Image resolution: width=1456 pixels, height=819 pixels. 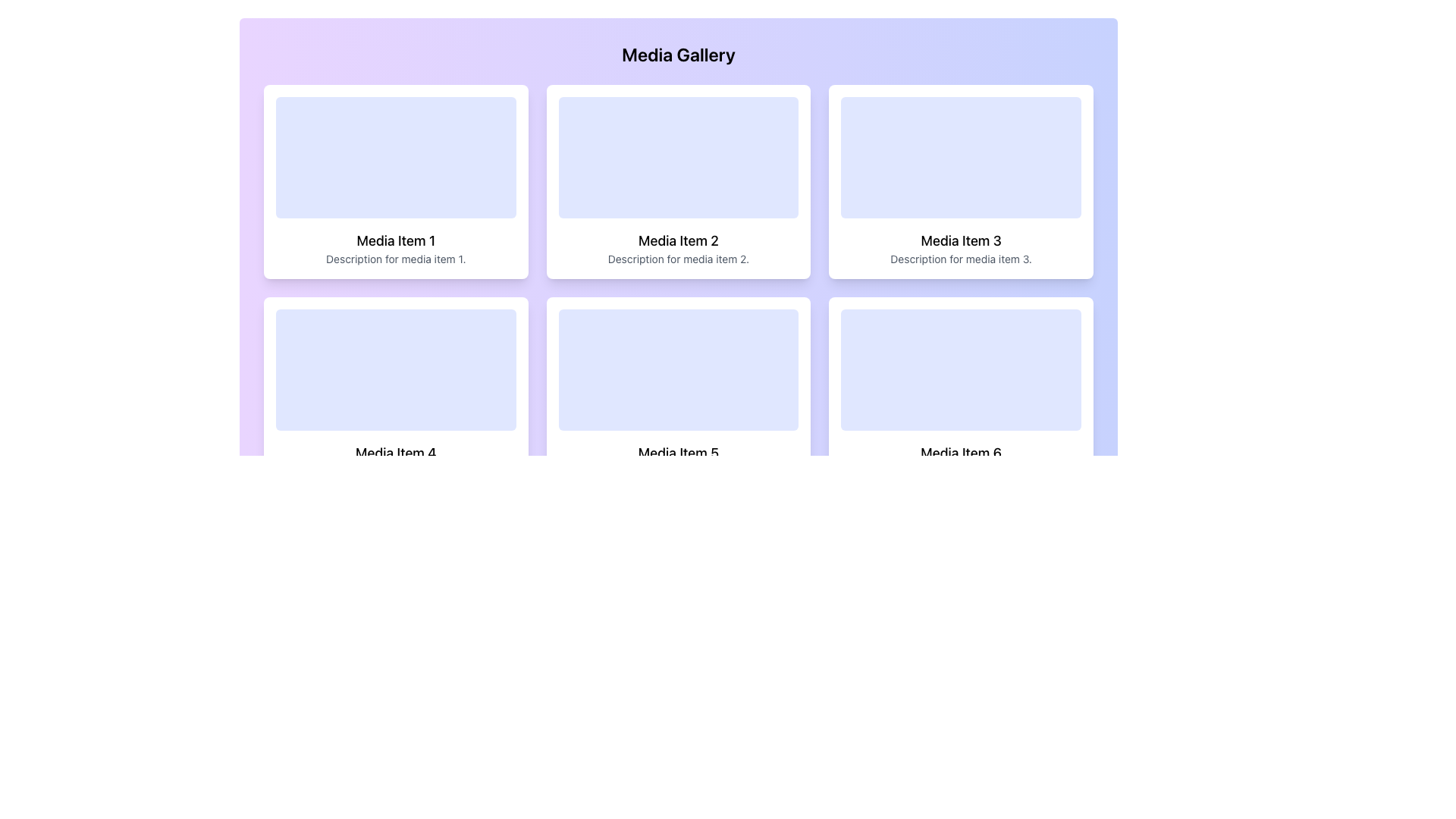 What do you see at coordinates (960, 259) in the screenshot?
I see `subtitle text located underneath the 'Media Item 3' title in the third card of the top row of the media gallery layout` at bounding box center [960, 259].